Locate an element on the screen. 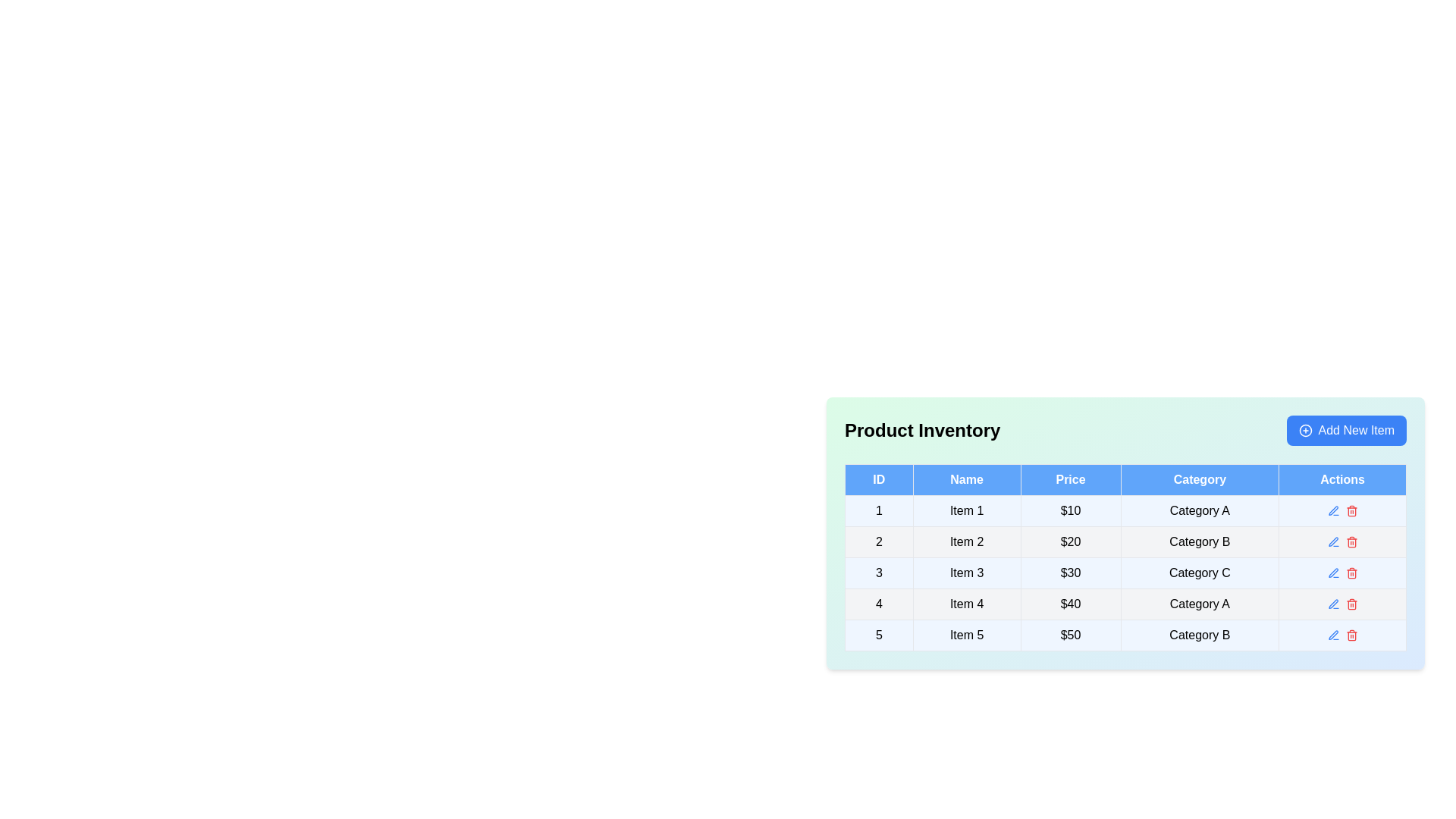 The height and width of the screenshot is (819, 1456). the interactive buttons (edit and delete icons) in the 'Actions' column of the table for 'Item 3' is located at coordinates (1342, 573).